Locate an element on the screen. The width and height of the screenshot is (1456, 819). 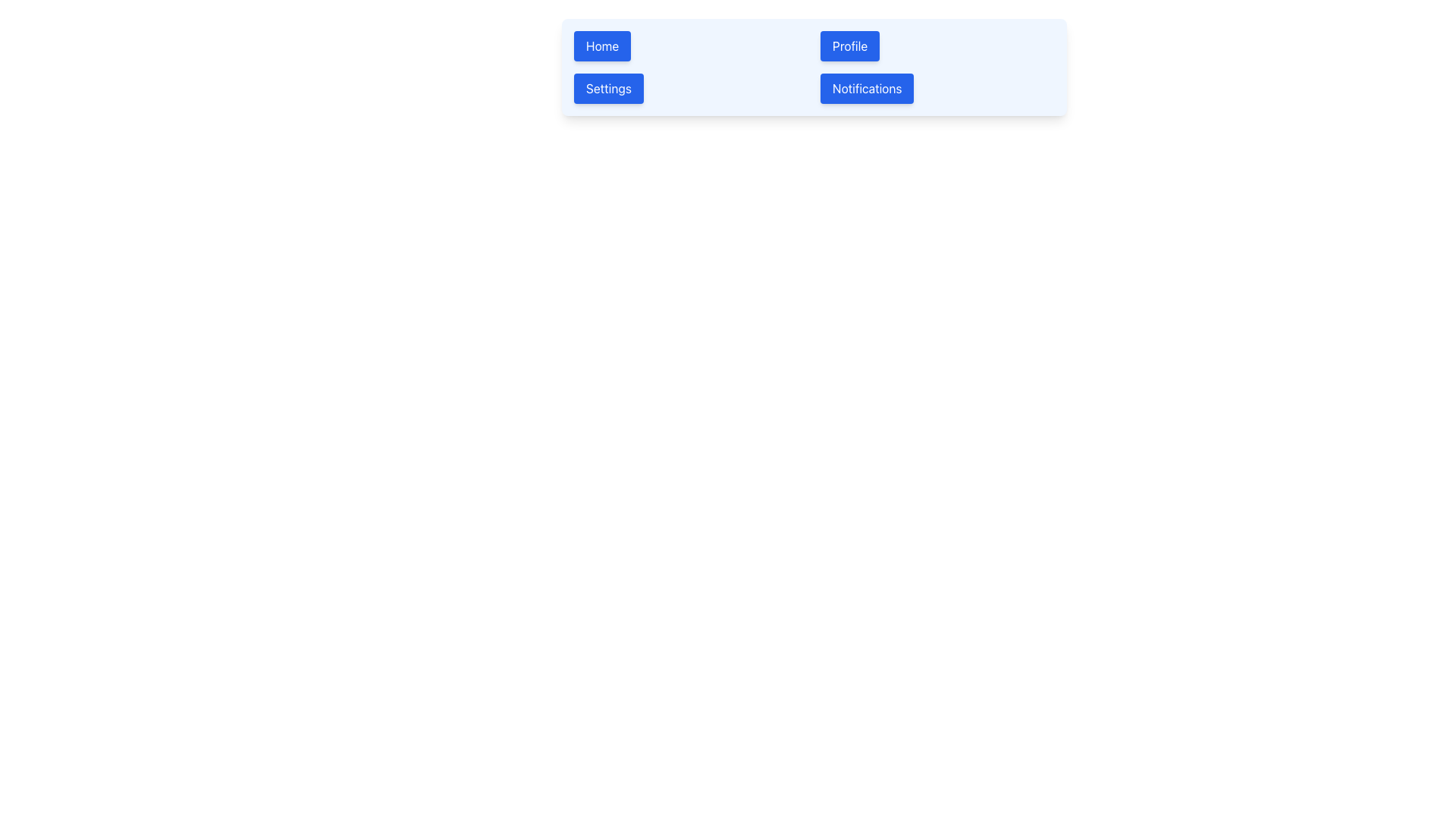
the 'Settings' button, which is a rectangular button with a blue background and white text, located on the horizontal navigation bar, second from the left is located at coordinates (608, 88).